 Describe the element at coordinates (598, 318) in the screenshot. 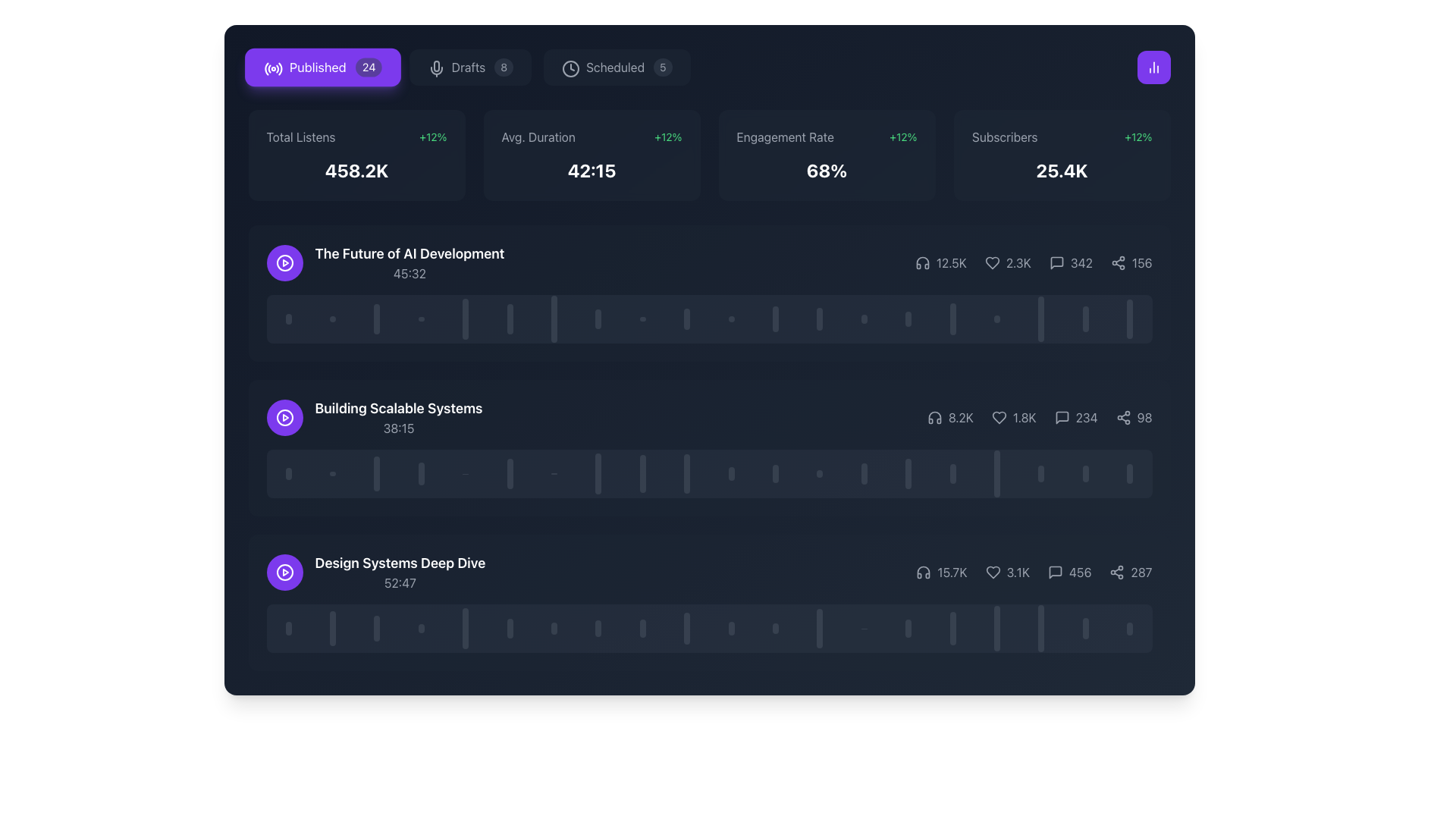

I see `the 8th graphical indicator bar, which is a narrow vertical rectangle with rounded ends styled in gray, located beneath the section titled 'The Future of AI Development'` at that location.